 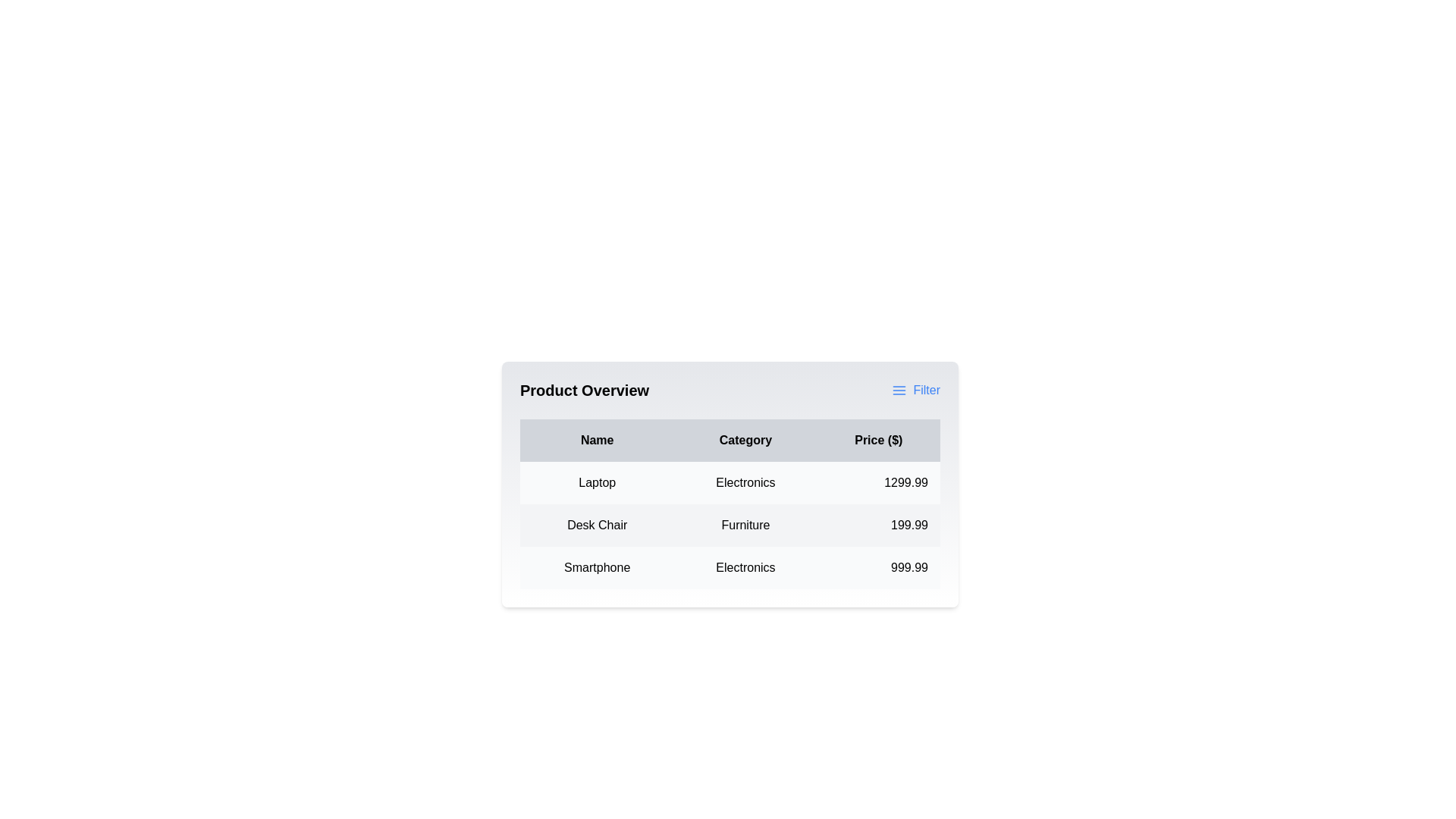 What do you see at coordinates (745, 441) in the screenshot?
I see `text label displaying 'Category' in bold typography located in the header row of a table, positioned between 'Name' and 'Price ($)'` at bounding box center [745, 441].